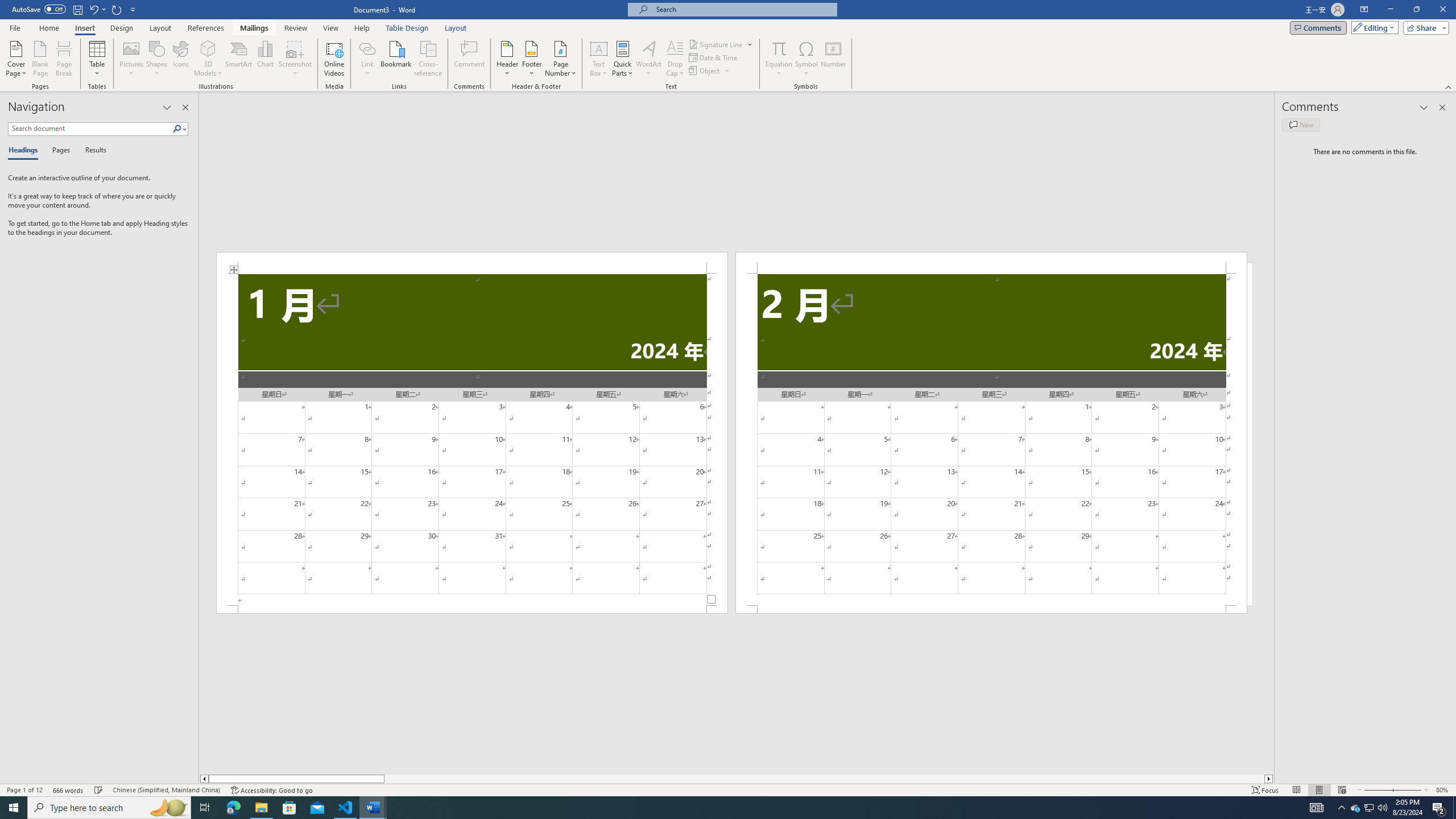 The image size is (1456, 819). Describe the element at coordinates (833, 59) in the screenshot. I see `'Number...'` at that location.